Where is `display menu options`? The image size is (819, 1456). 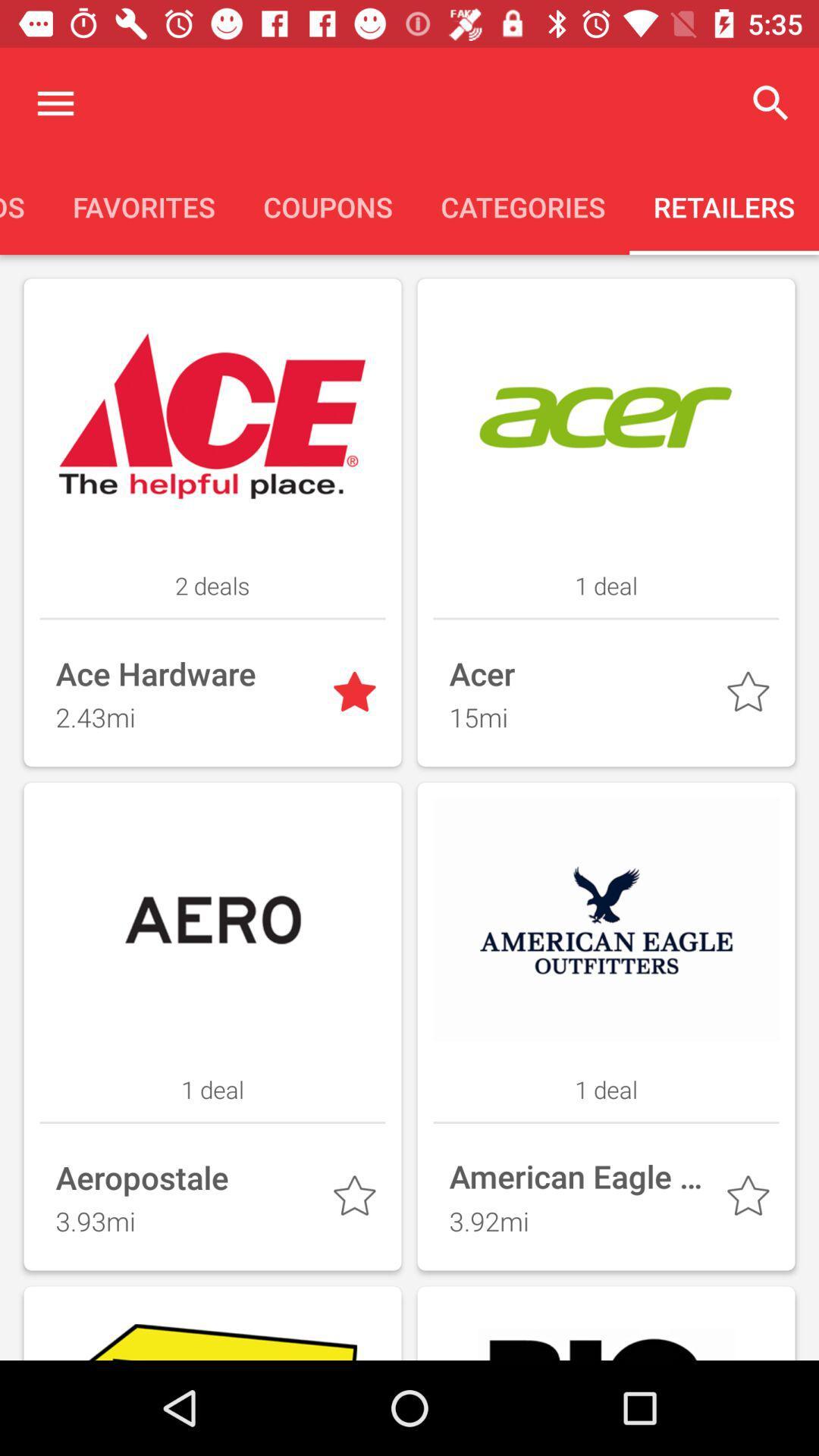 display menu options is located at coordinates (55, 102).